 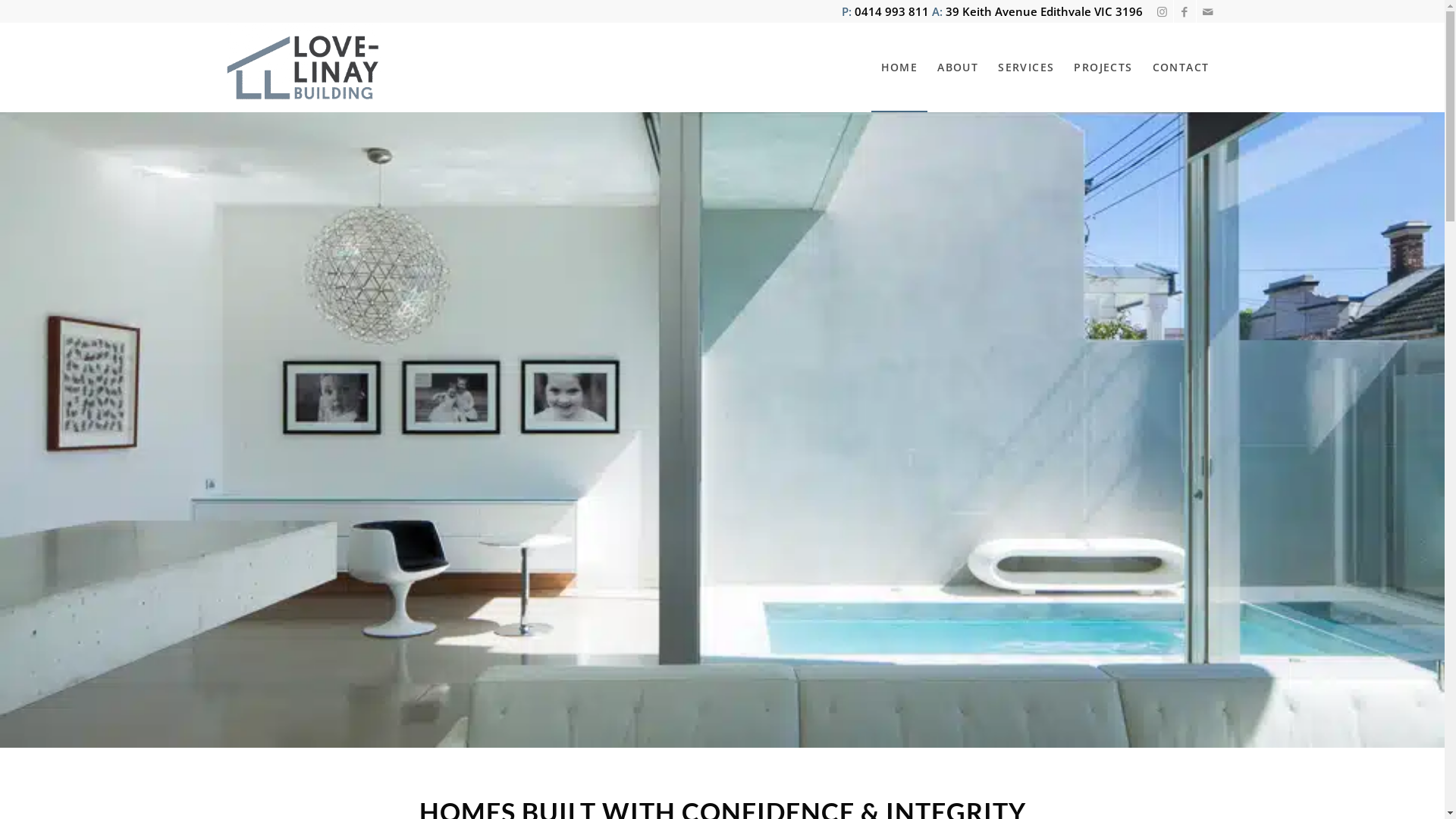 I want to click on 'SERVICES', so click(x=1026, y=66).